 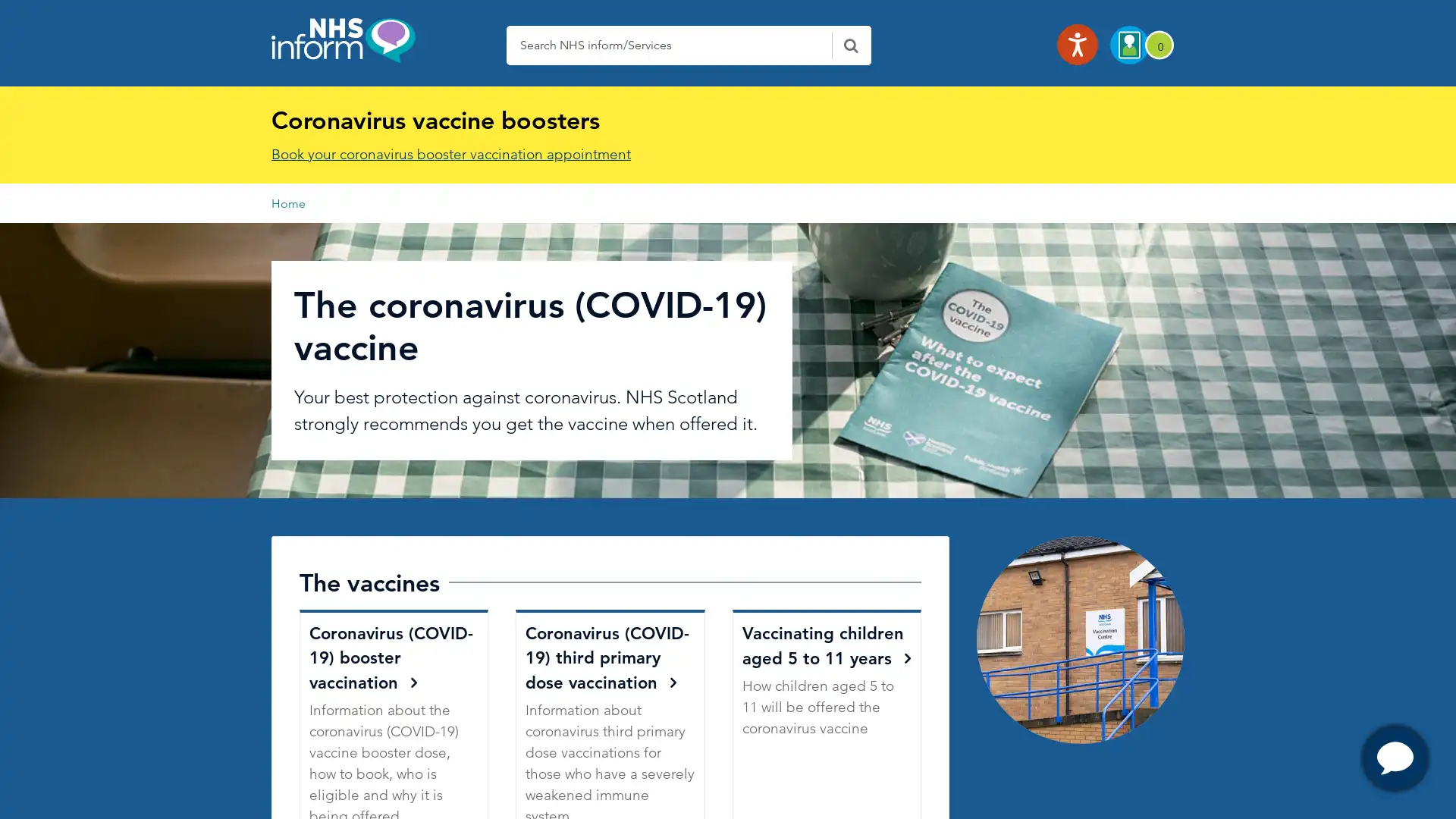 I want to click on OPen Chat, so click(x=1395, y=758).